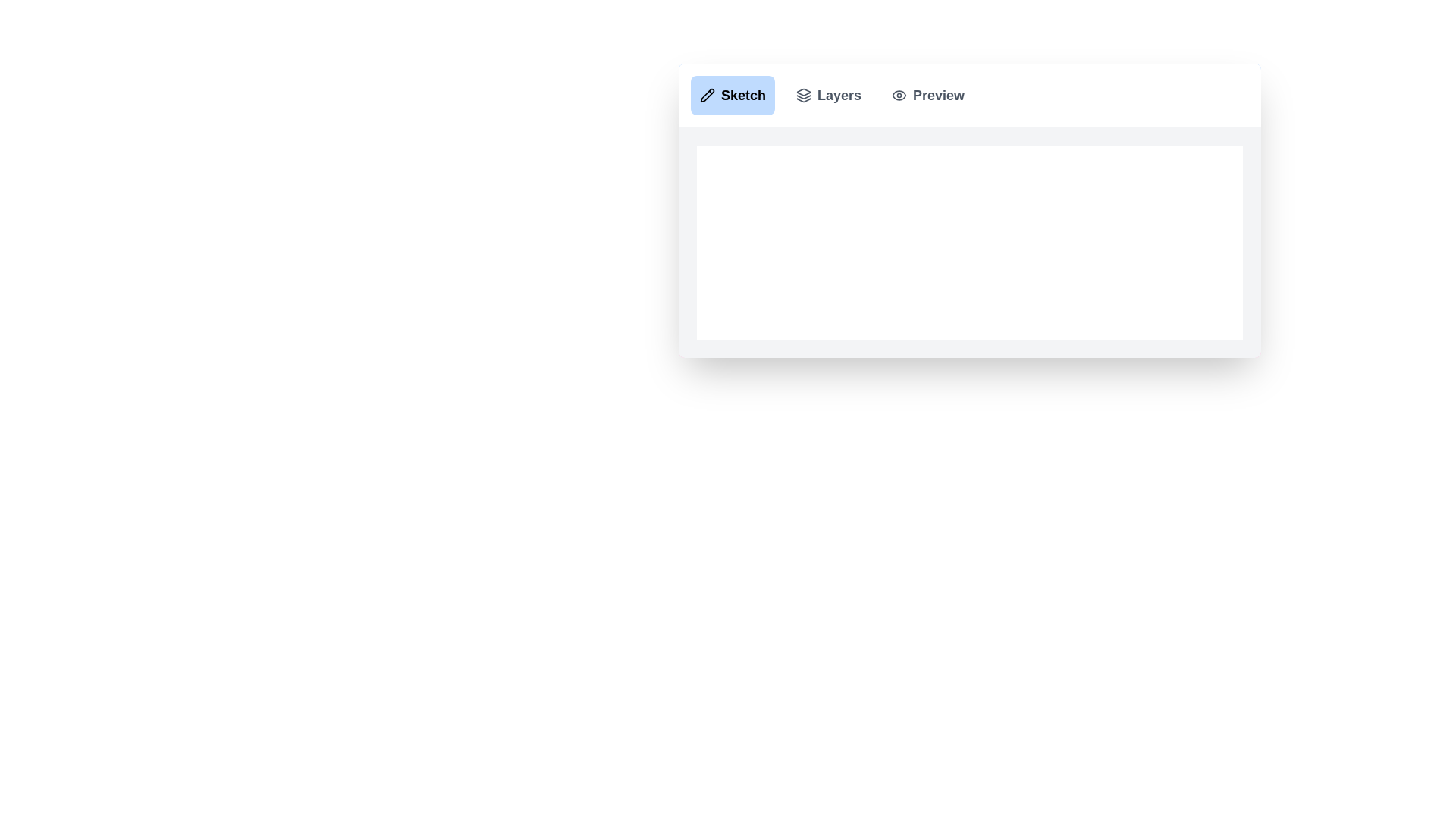 The width and height of the screenshot is (1456, 819). I want to click on the 'Layers' tab to switch to it, so click(828, 96).